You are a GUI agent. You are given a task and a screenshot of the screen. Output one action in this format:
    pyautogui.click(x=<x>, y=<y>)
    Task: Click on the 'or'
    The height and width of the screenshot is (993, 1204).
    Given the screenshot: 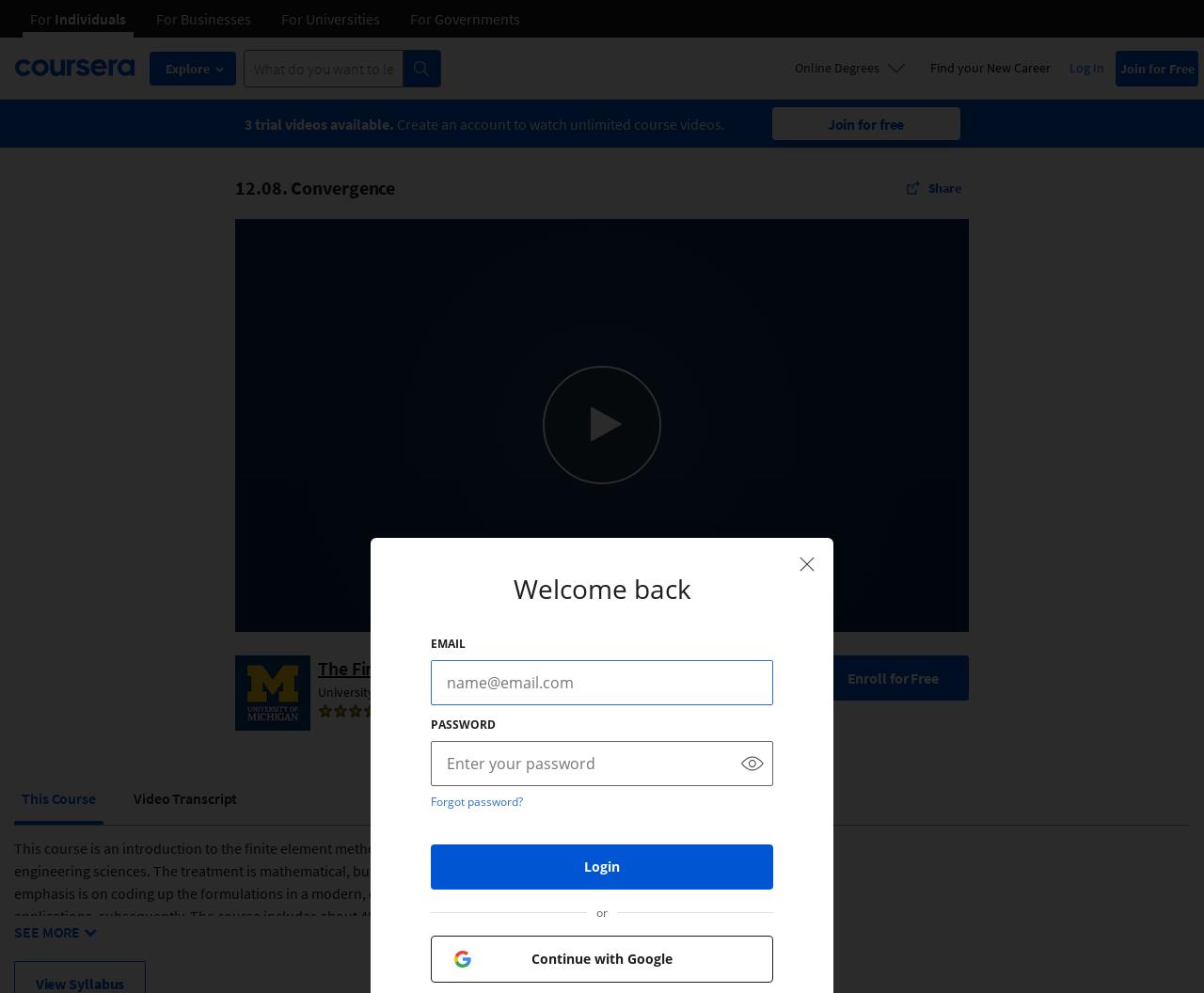 What is the action you would take?
    pyautogui.click(x=602, y=911)
    